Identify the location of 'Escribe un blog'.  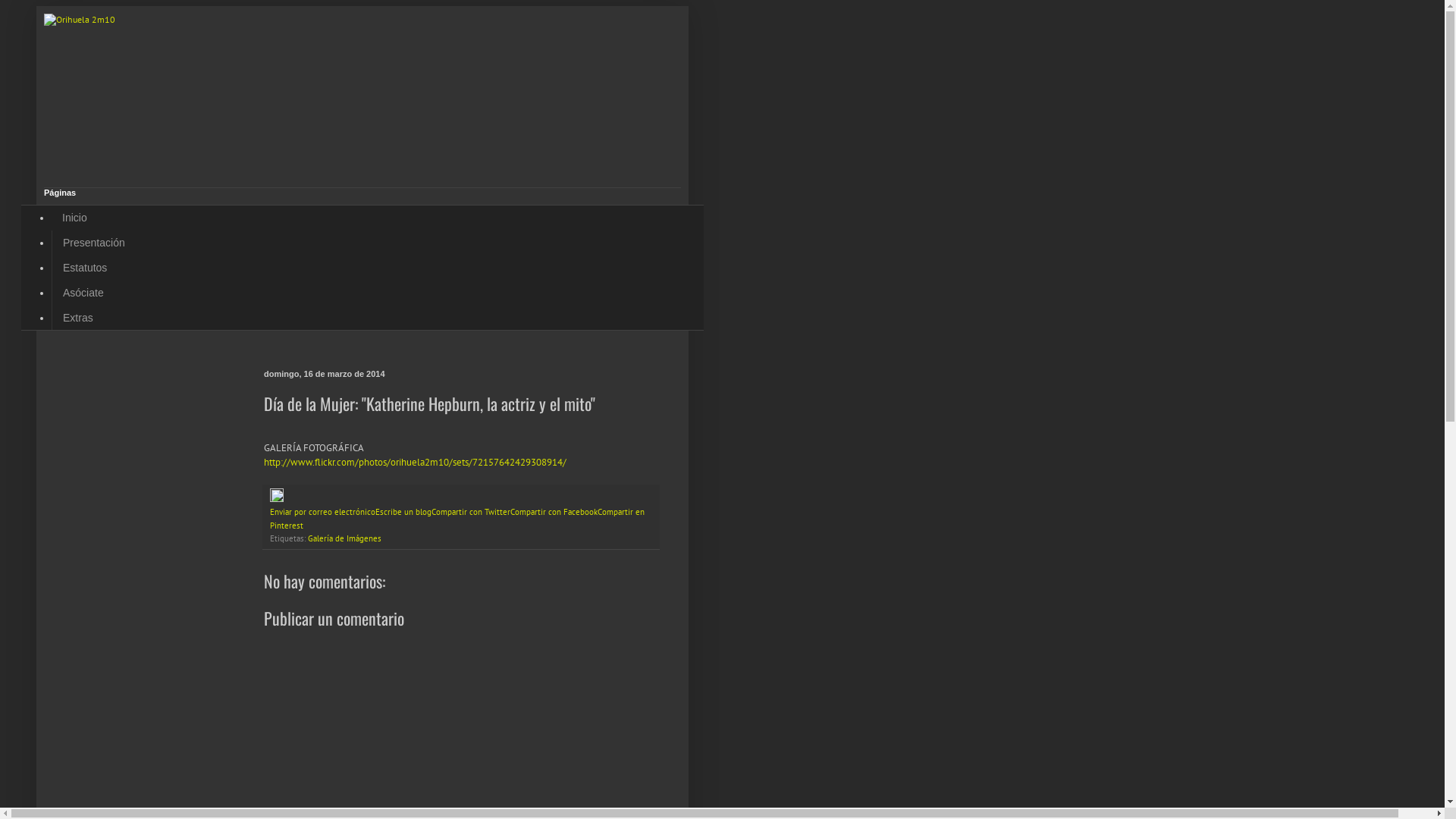
(403, 512).